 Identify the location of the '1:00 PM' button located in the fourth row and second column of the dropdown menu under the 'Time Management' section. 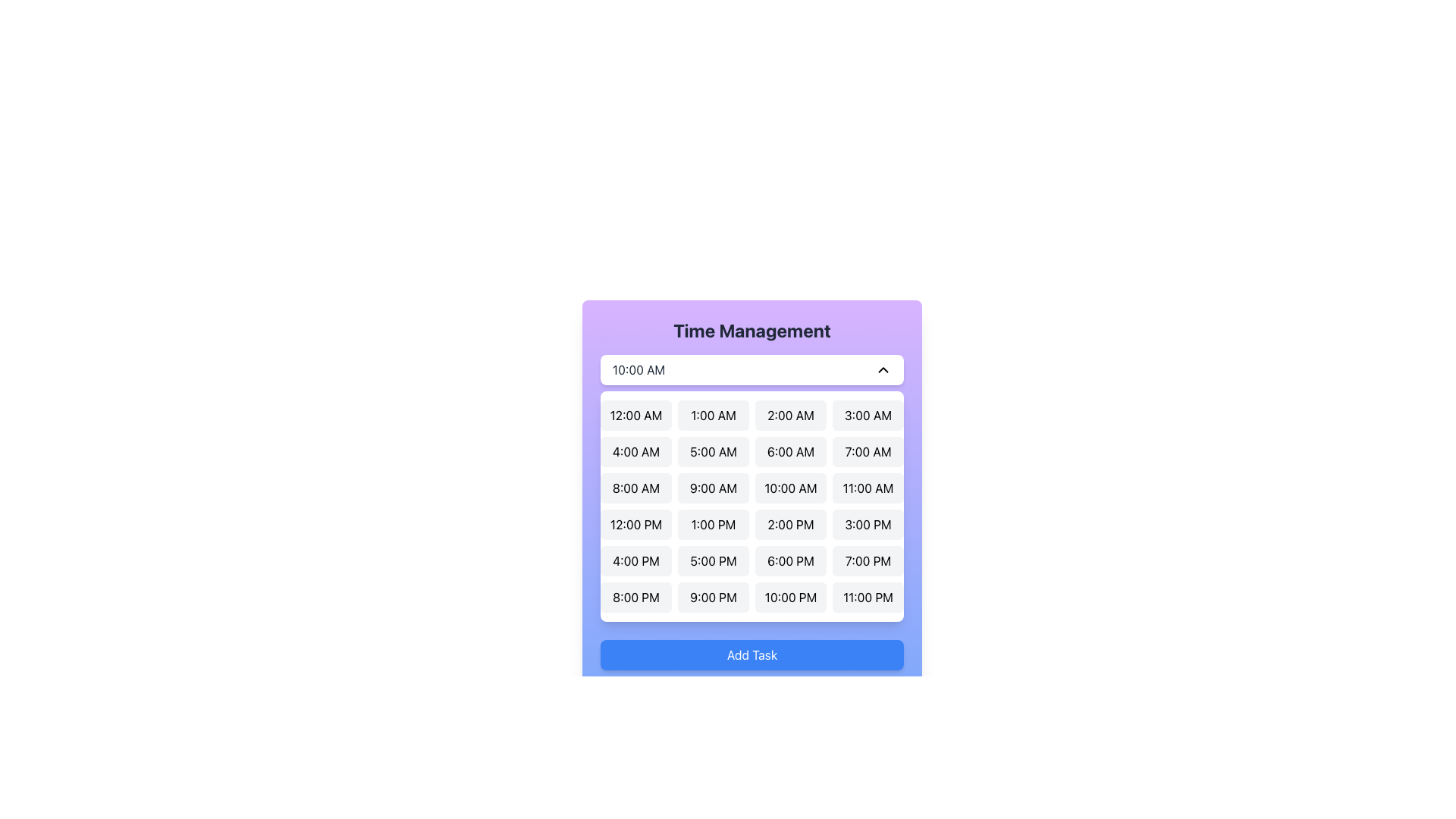
(712, 523).